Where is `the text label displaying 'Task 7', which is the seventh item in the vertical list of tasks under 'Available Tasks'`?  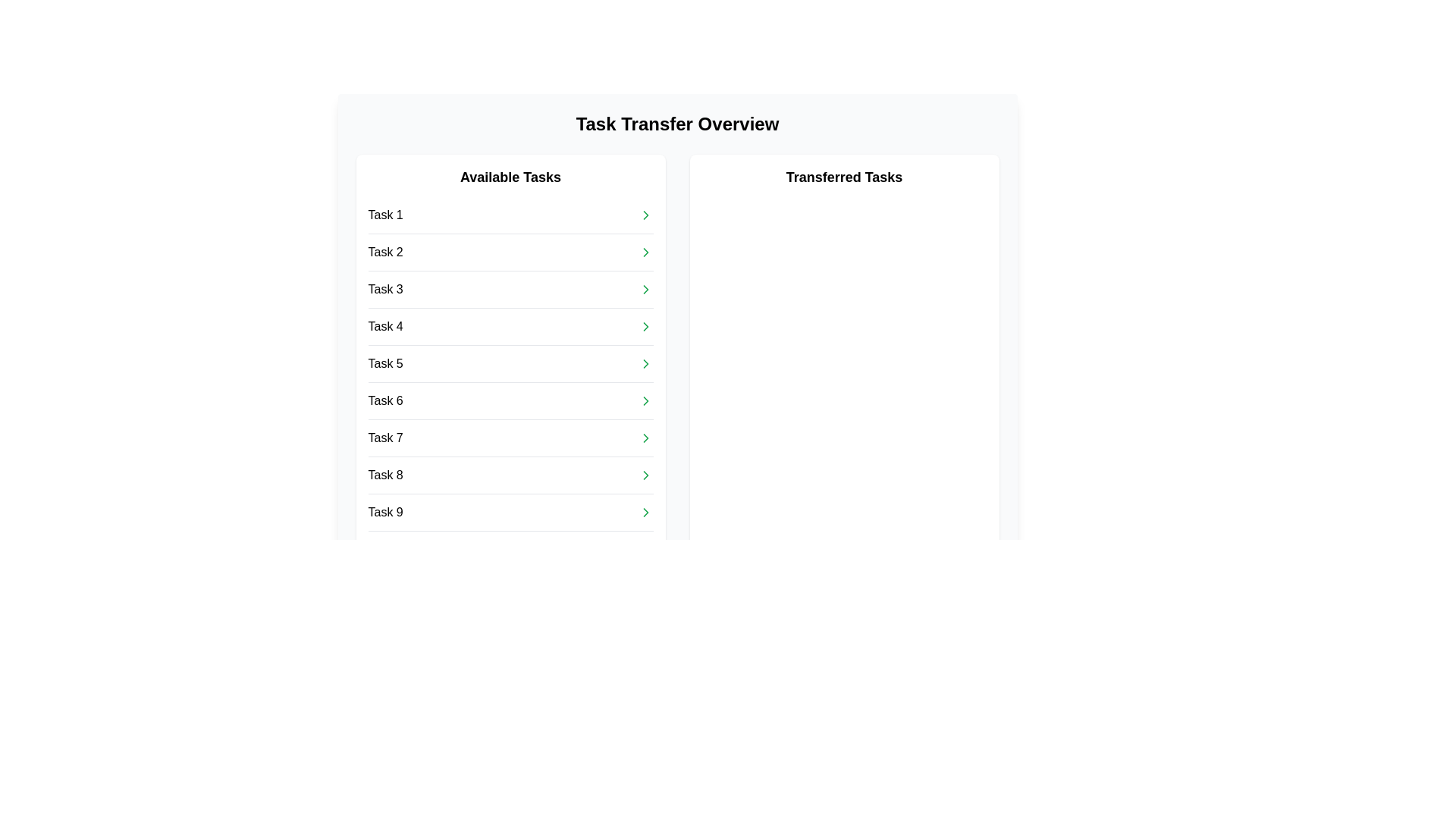 the text label displaying 'Task 7', which is the seventh item in the vertical list of tasks under 'Available Tasks' is located at coordinates (385, 438).